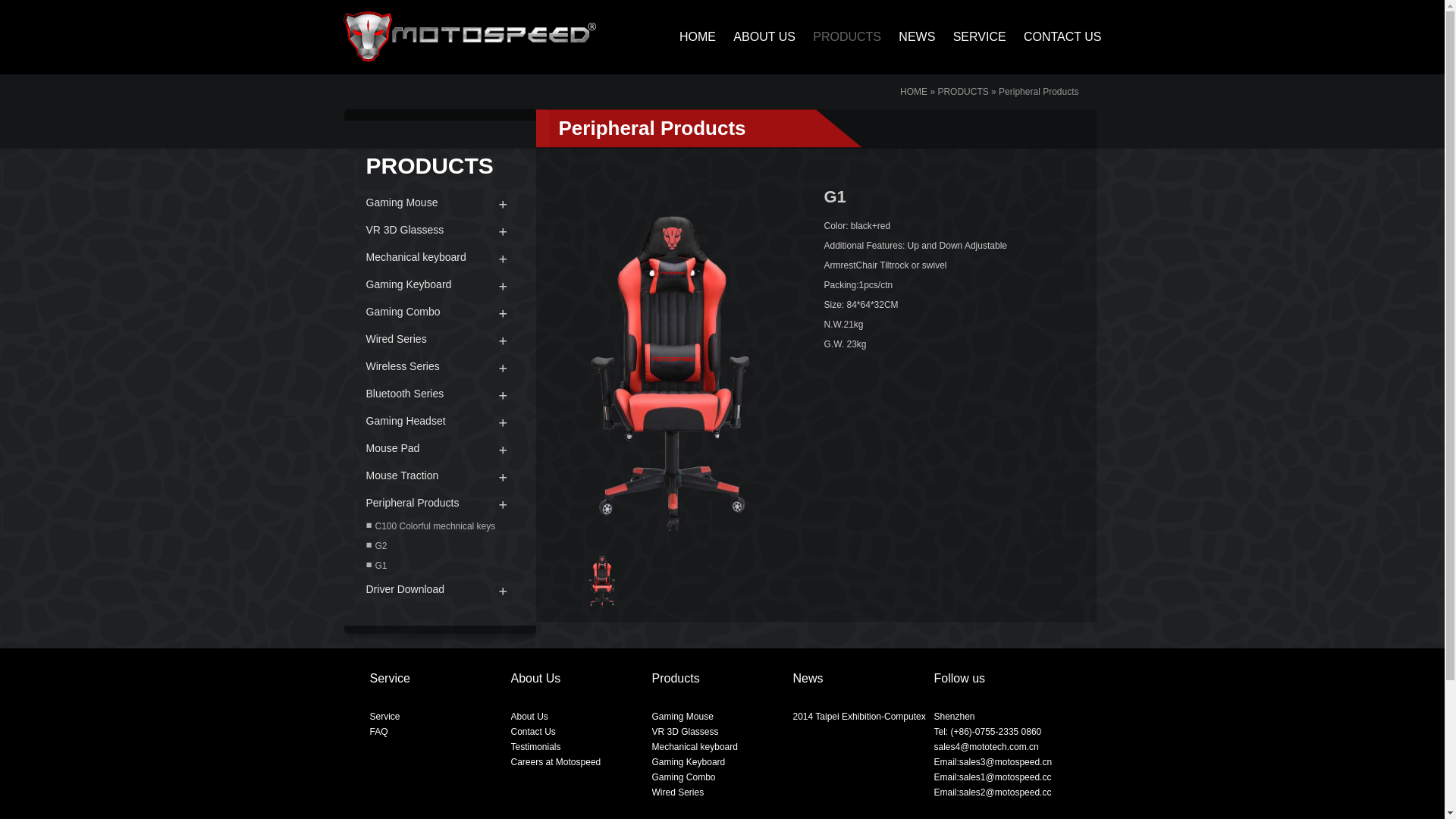 The width and height of the screenshot is (1456, 819). Describe the element at coordinates (341, 588) in the screenshot. I see `'Driver Download'` at that location.